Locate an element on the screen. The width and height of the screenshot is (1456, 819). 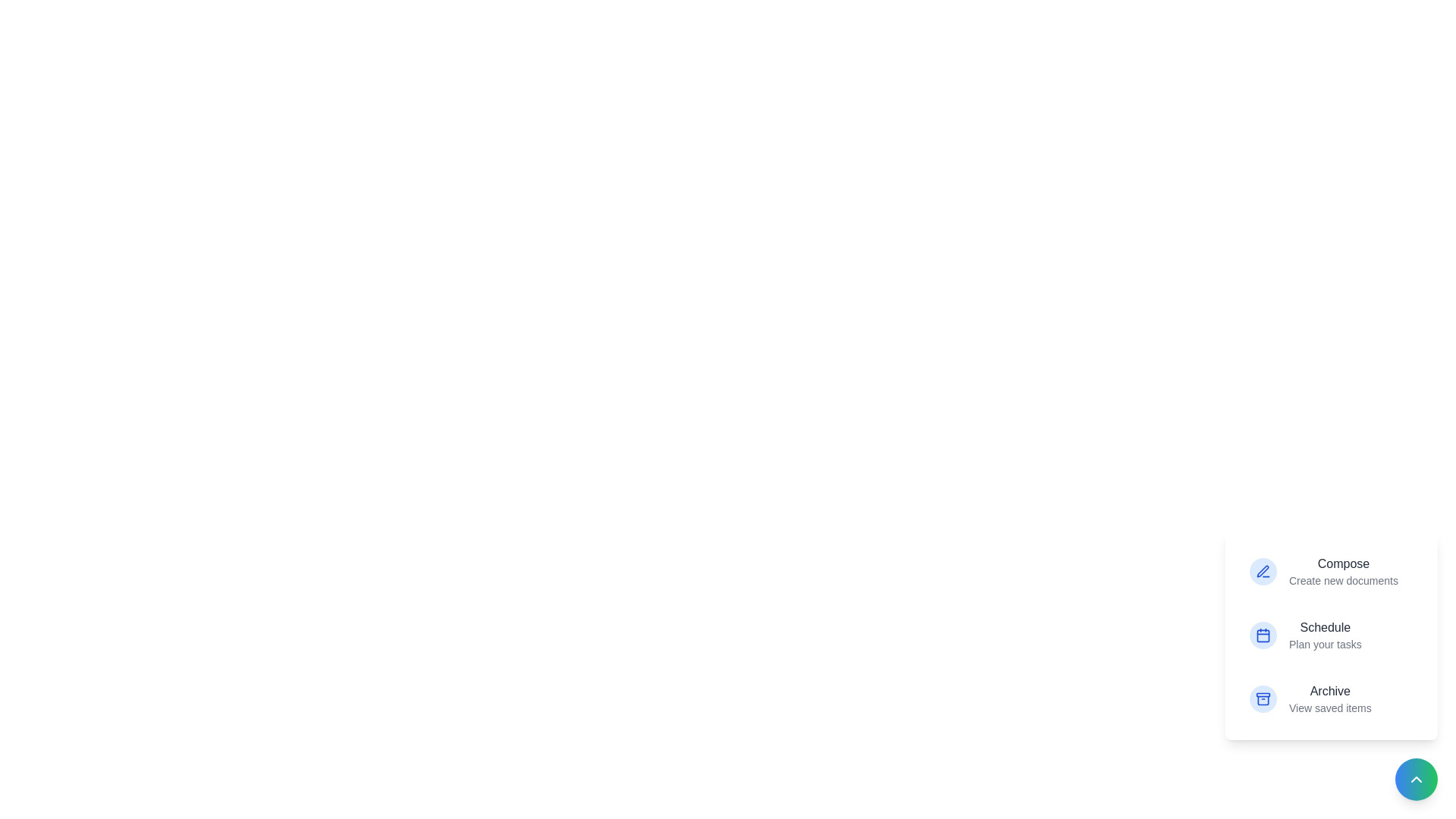
the 'Schedule' option to plan tasks is located at coordinates (1331, 635).